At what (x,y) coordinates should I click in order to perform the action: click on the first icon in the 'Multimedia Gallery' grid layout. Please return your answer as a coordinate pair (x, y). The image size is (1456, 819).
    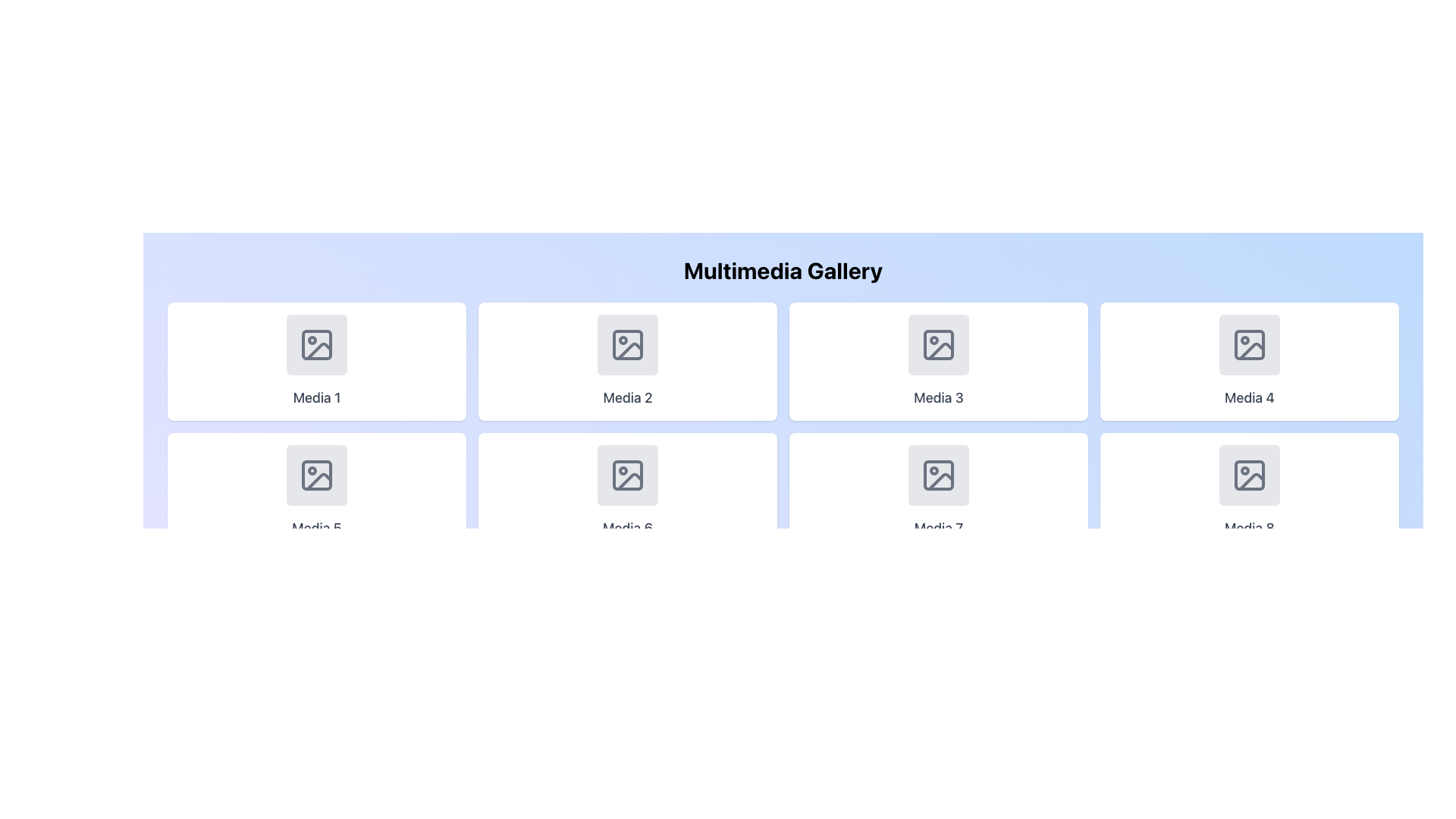
    Looking at the image, I should click on (315, 345).